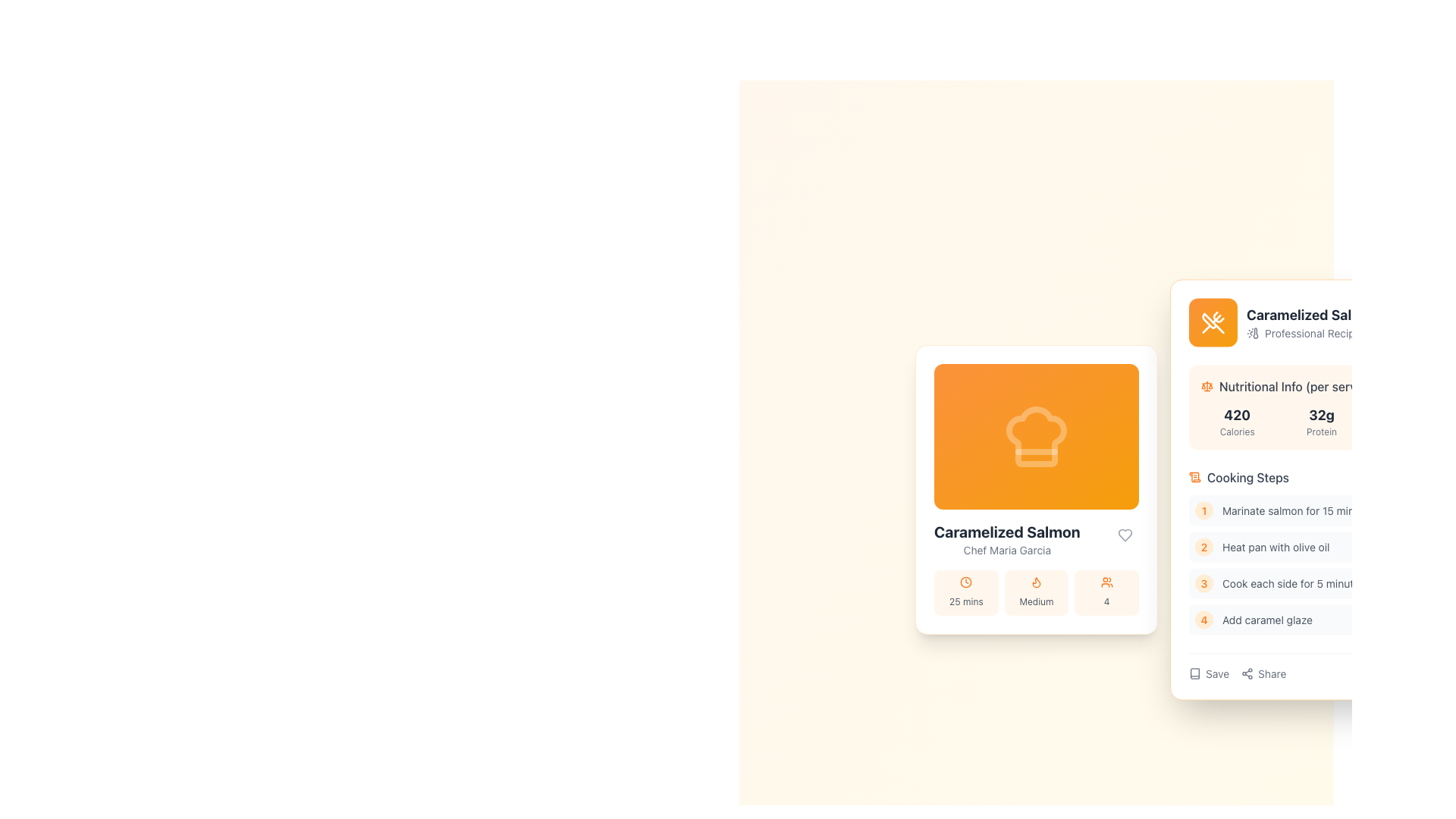 Image resolution: width=1456 pixels, height=819 pixels. Describe the element at coordinates (1125, 534) in the screenshot. I see `the heart-shaped favorite button located at the top-right corner of the 'Caramelized Salmon' recipe card to mark it as favorite` at that location.